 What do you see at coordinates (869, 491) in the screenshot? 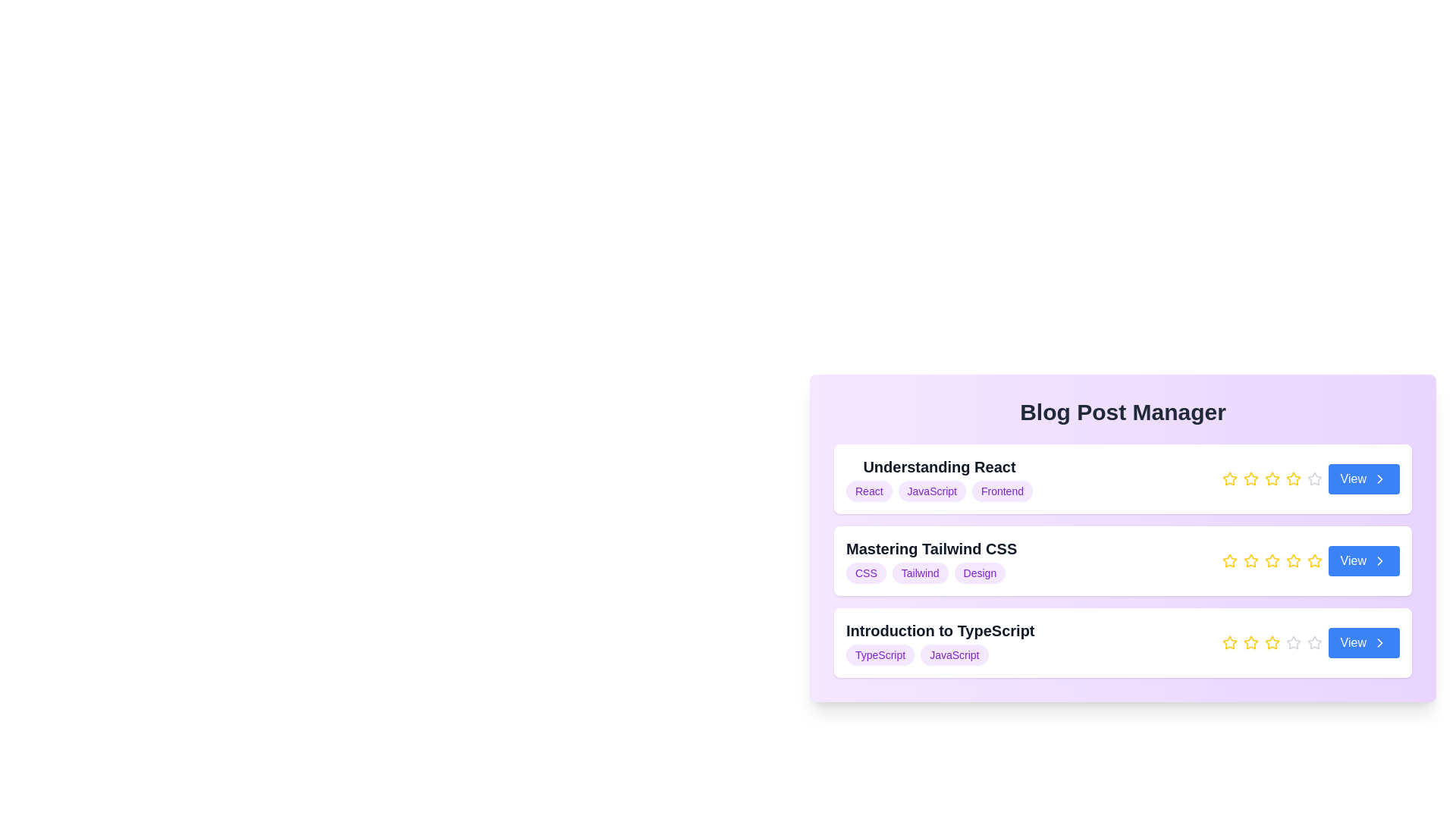
I see `the rectangular tag labeled 'React' with a light purple background and dark purple text, which is the first tag under the title 'Understanding React'` at bounding box center [869, 491].